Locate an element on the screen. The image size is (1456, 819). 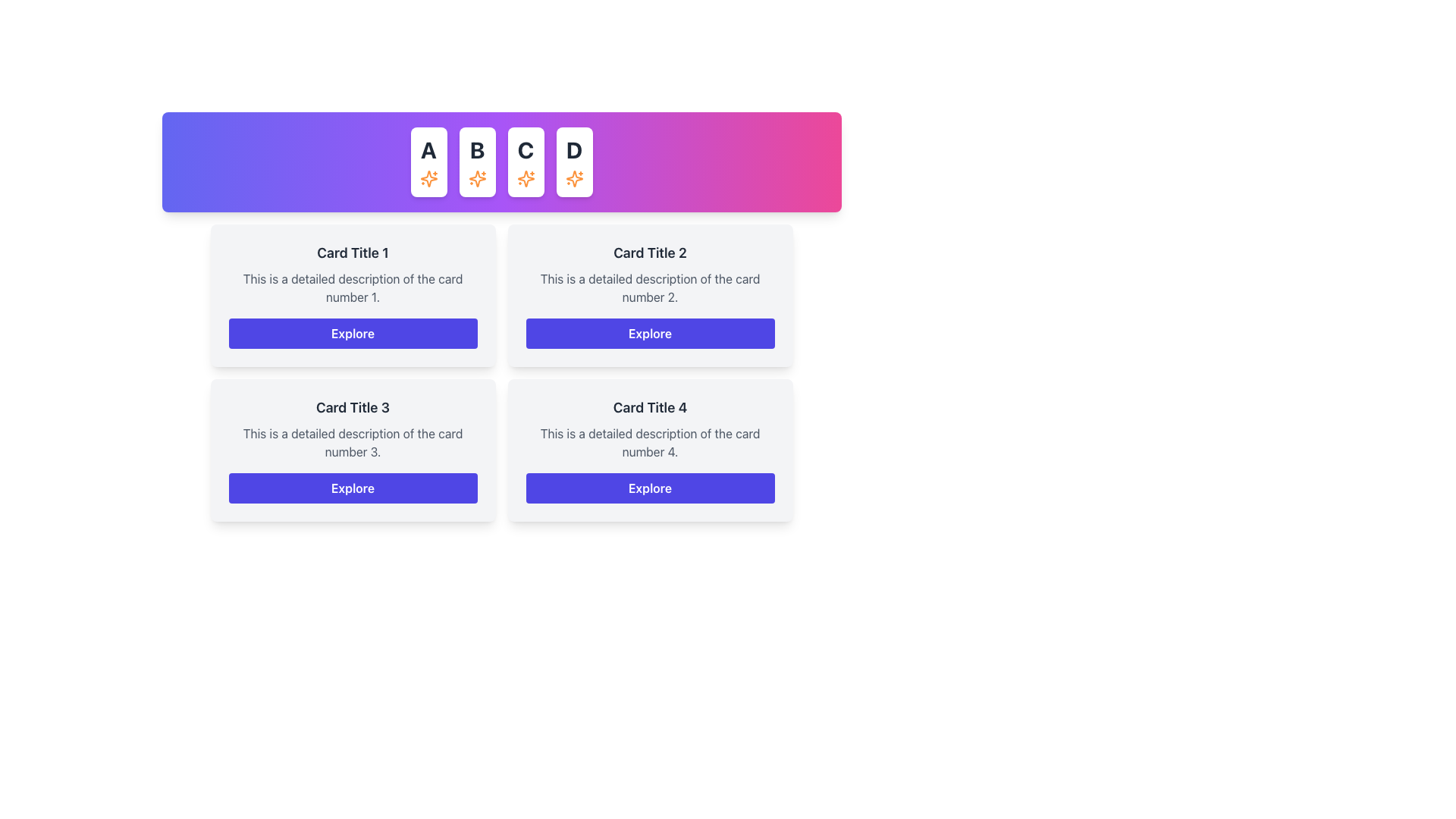
the bold, large-sized text displaying the character 'A' located in the first card of a horizontally arranged set of similar cards is located at coordinates (428, 149).